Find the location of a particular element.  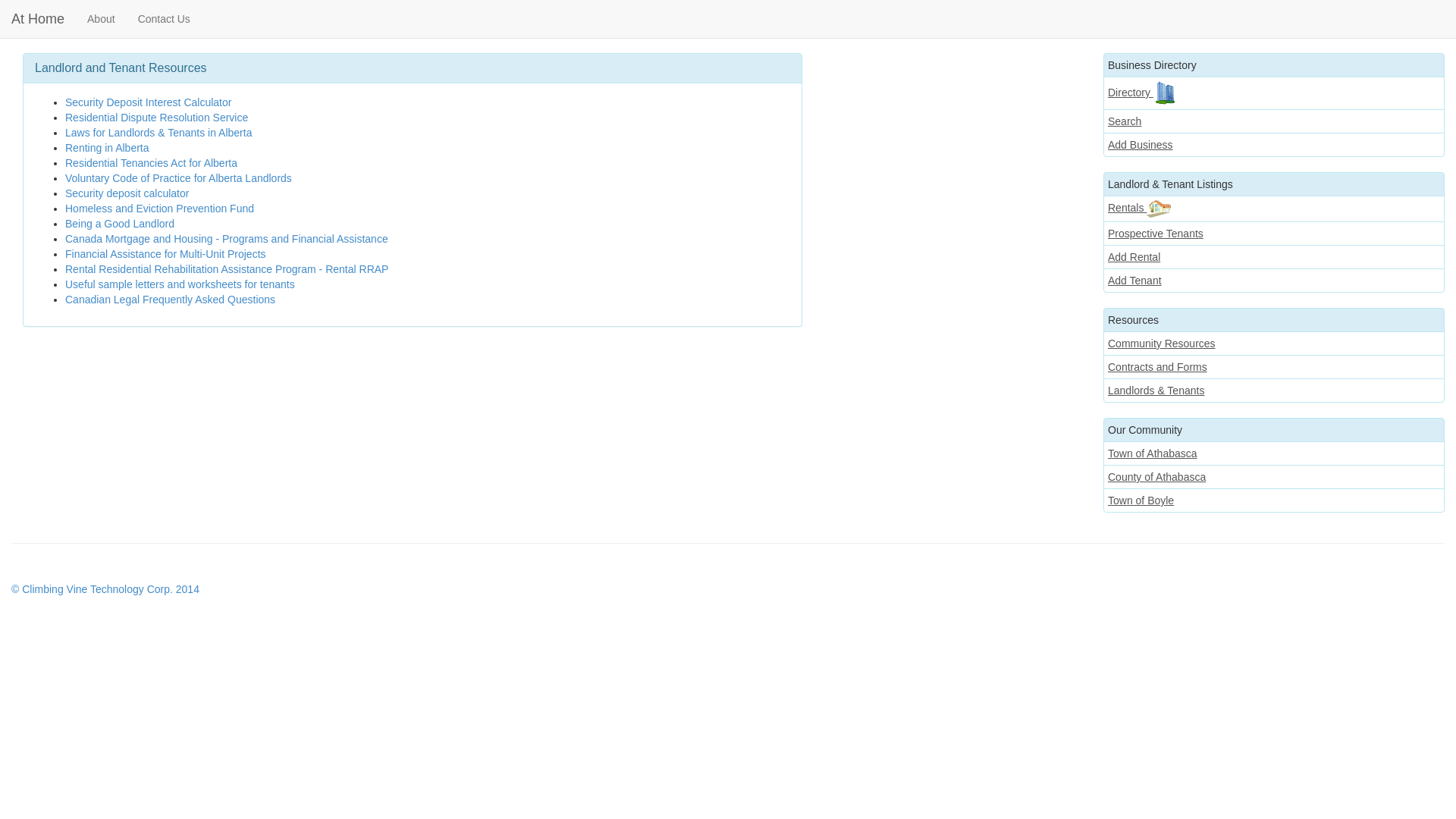

'About' is located at coordinates (100, 18).